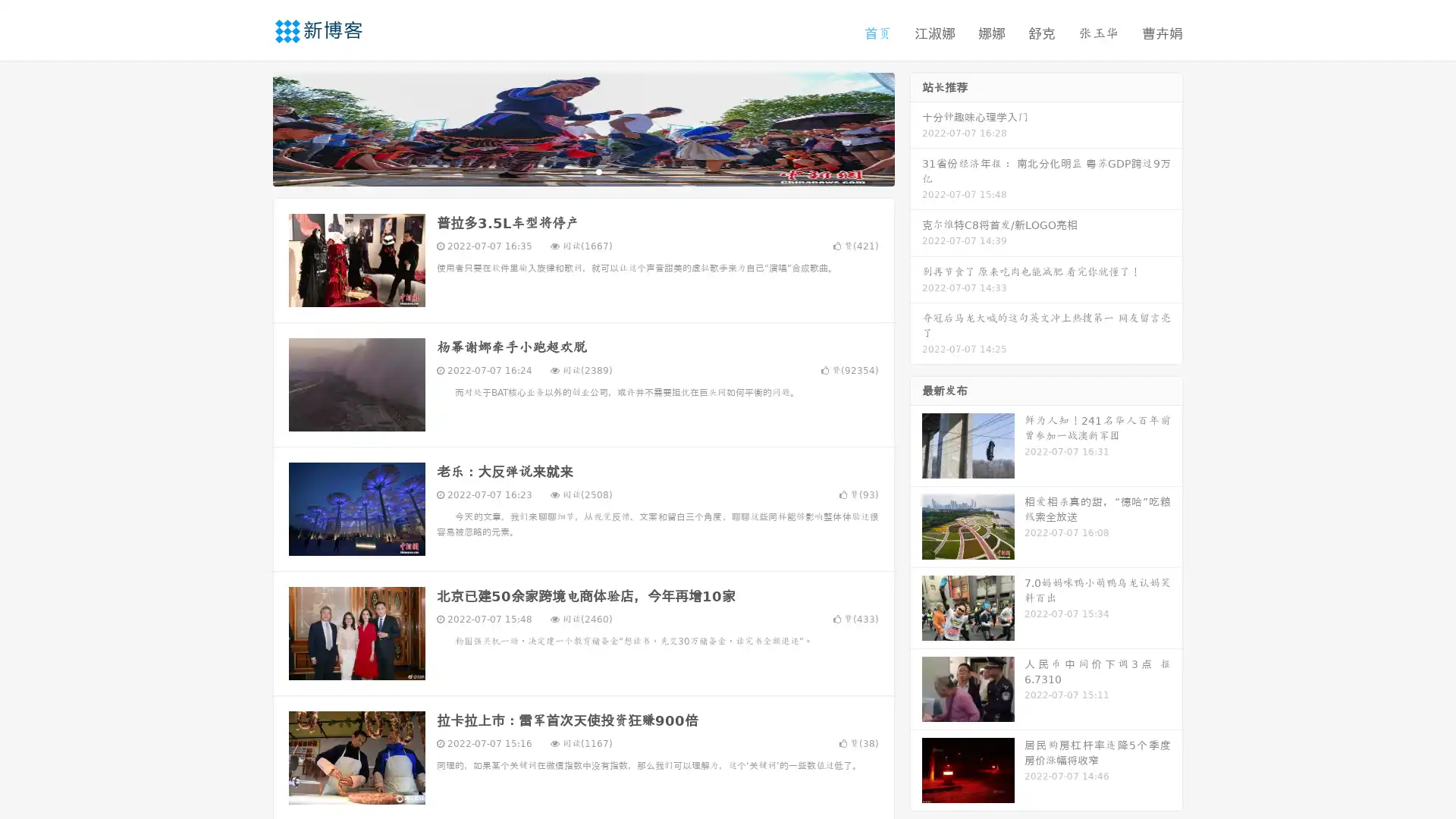 Image resolution: width=1456 pixels, height=819 pixels. Describe the element at coordinates (250, 127) in the screenshot. I see `Previous slide` at that location.